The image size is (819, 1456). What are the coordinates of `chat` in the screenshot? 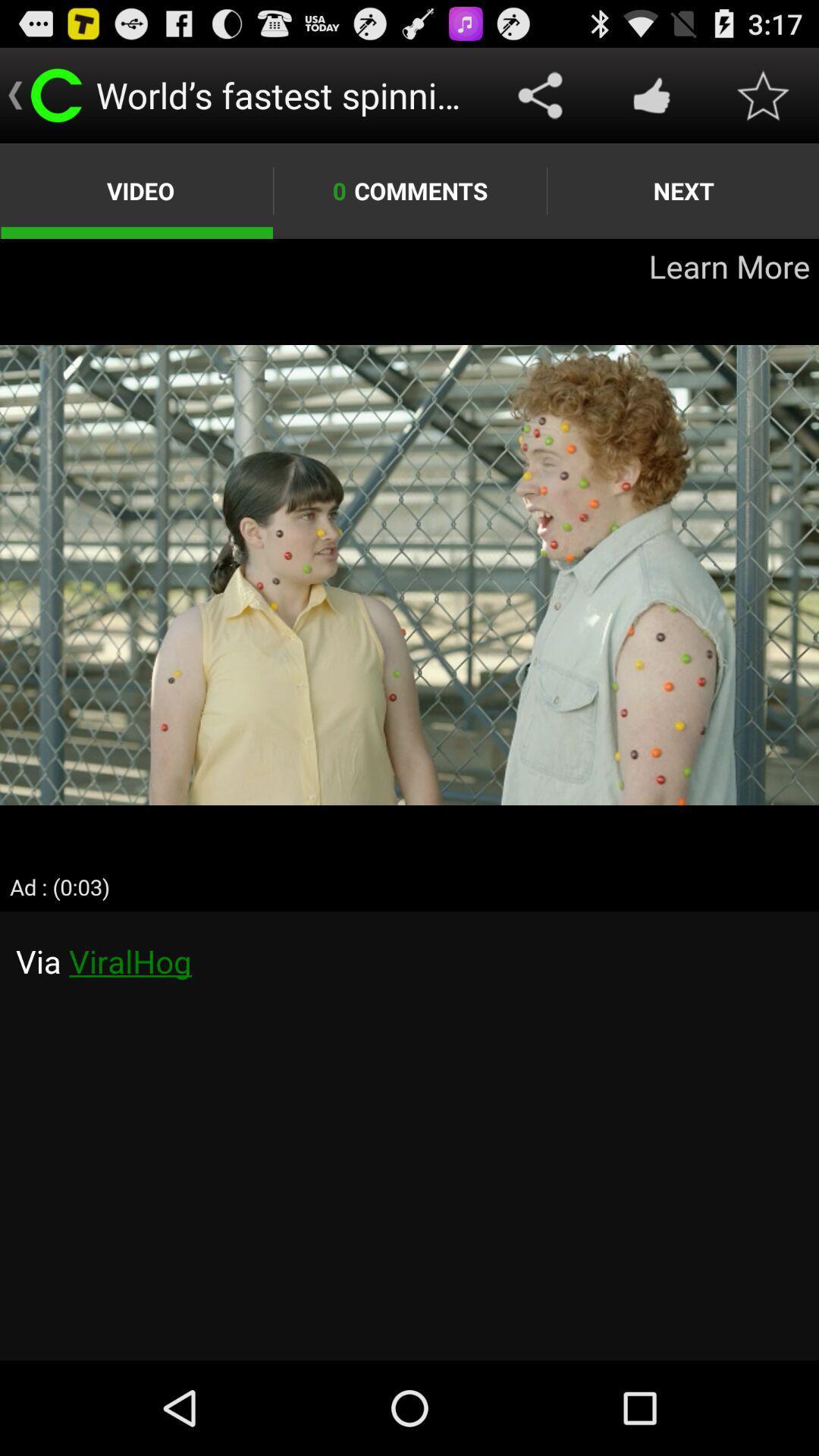 It's located at (409, 1136).